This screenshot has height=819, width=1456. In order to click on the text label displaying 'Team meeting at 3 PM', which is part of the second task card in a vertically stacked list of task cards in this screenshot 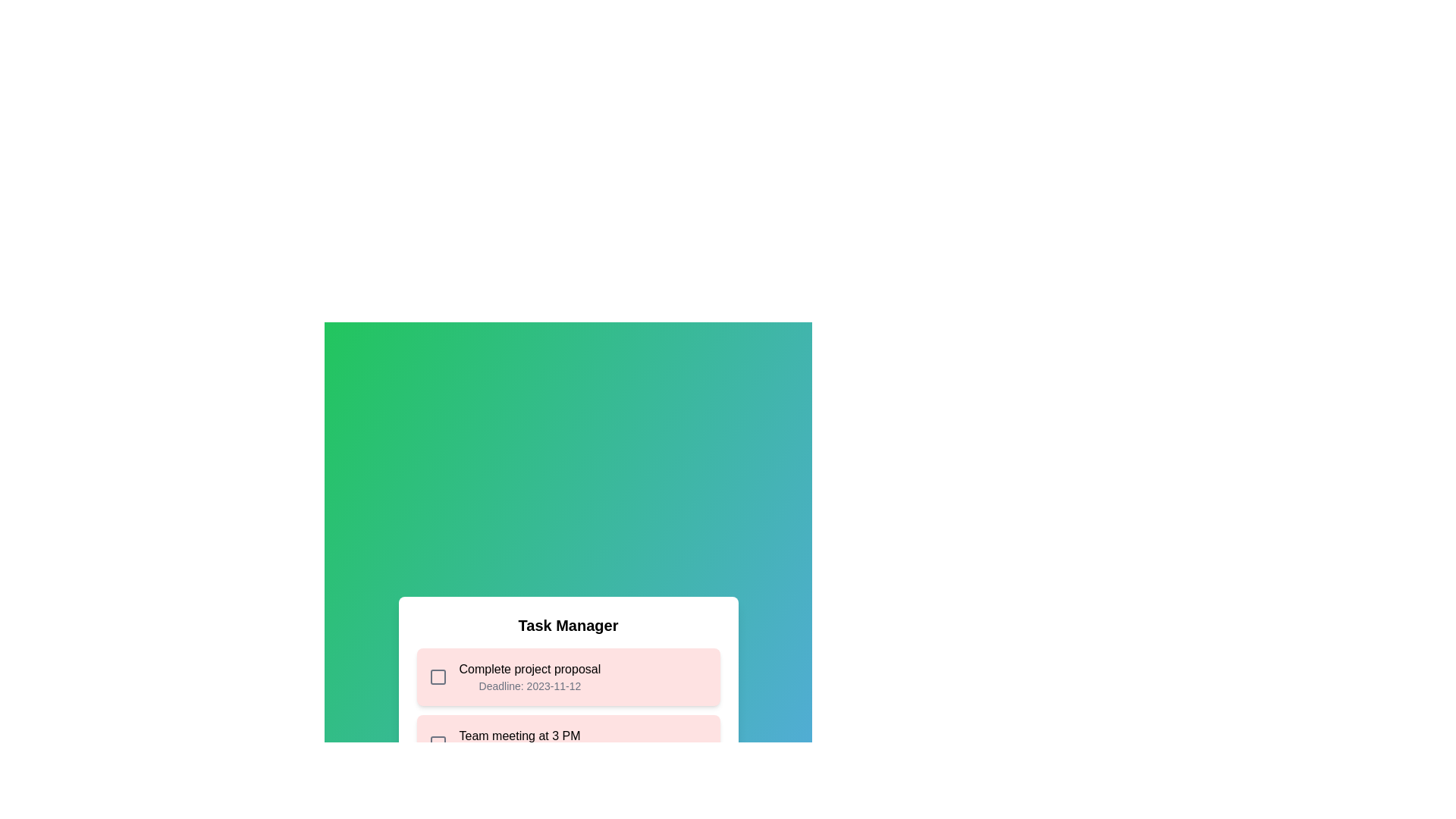, I will do `click(519, 742)`.